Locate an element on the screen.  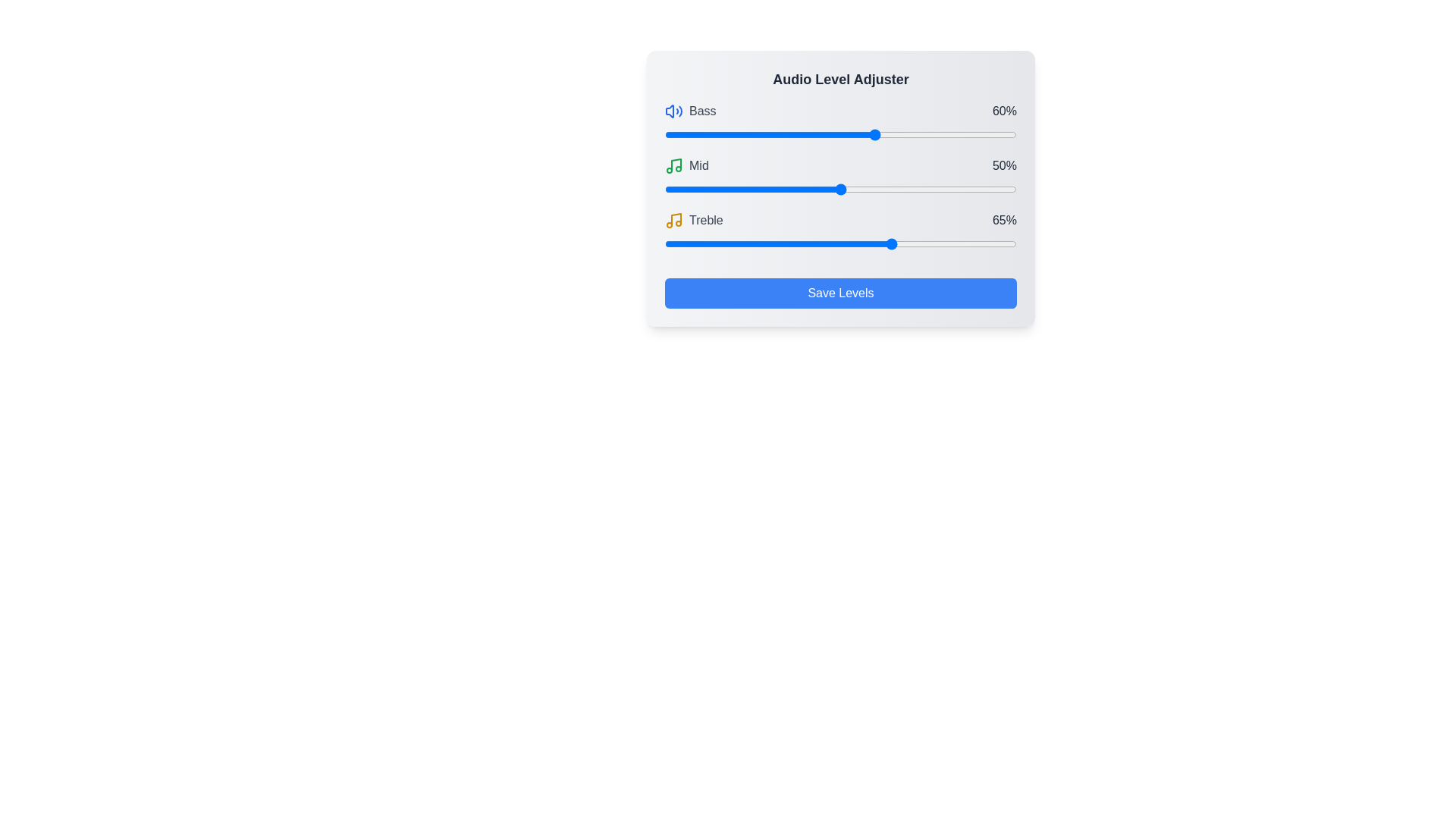
blue speaker icon with a soundwave indicating volume located to the left of the 'Bass' label in the audio adjustment interface is located at coordinates (673, 110).